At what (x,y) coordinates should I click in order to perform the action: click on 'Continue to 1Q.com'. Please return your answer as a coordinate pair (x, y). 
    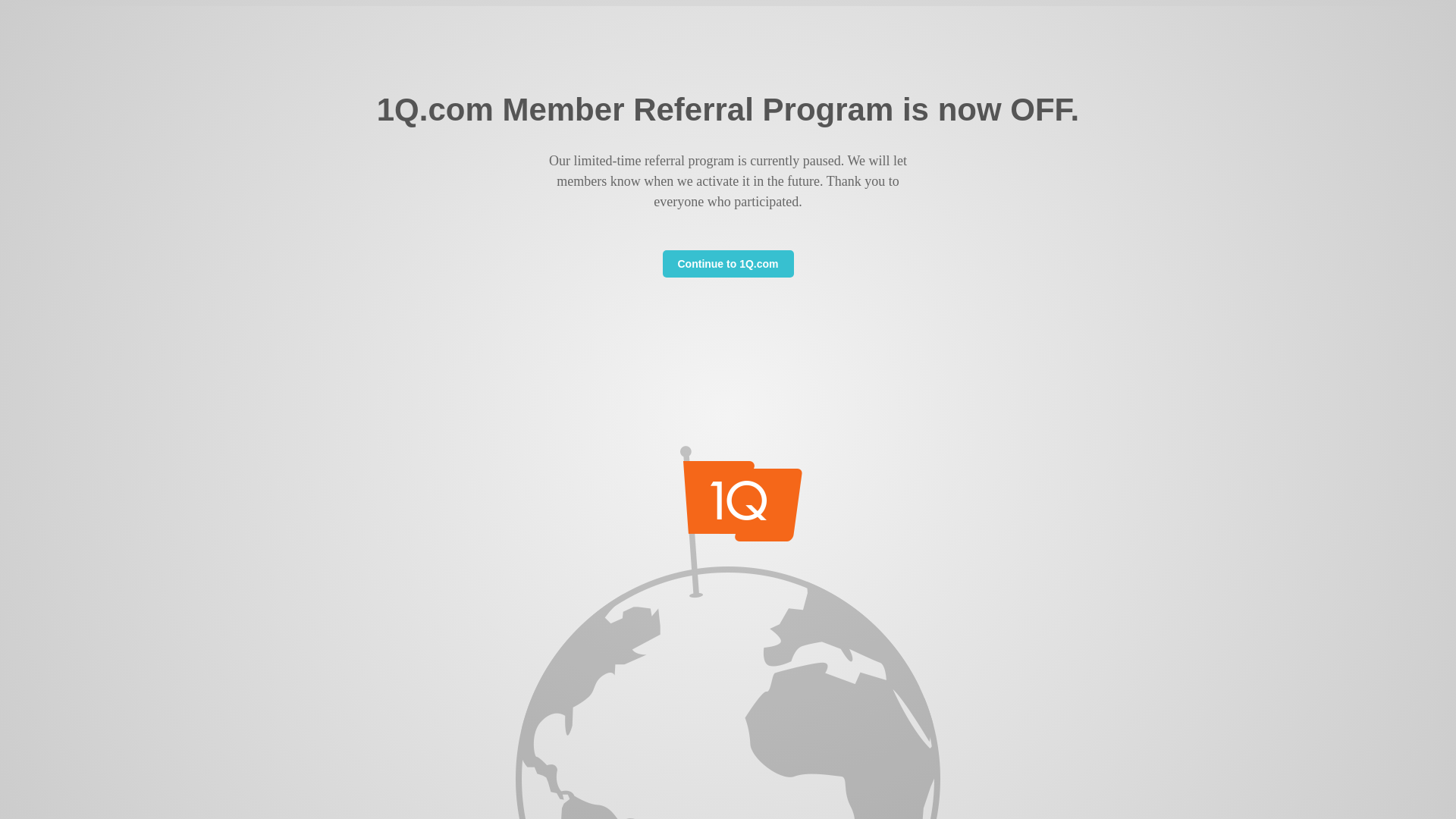
    Looking at the image, I should click on (728, 262).